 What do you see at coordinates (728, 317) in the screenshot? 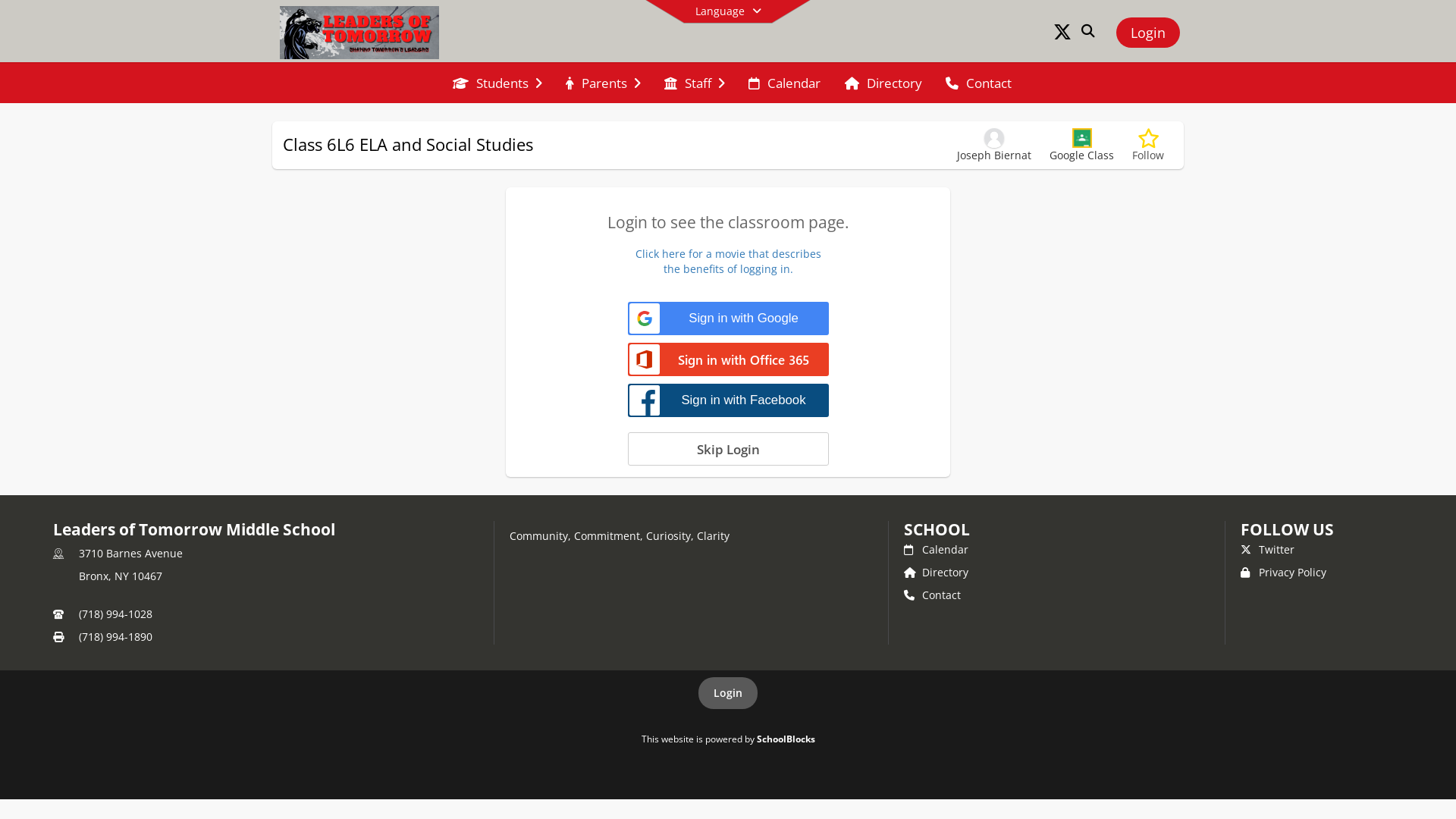
I see `'Sign in with Google'` at bounding box center [728, 317].